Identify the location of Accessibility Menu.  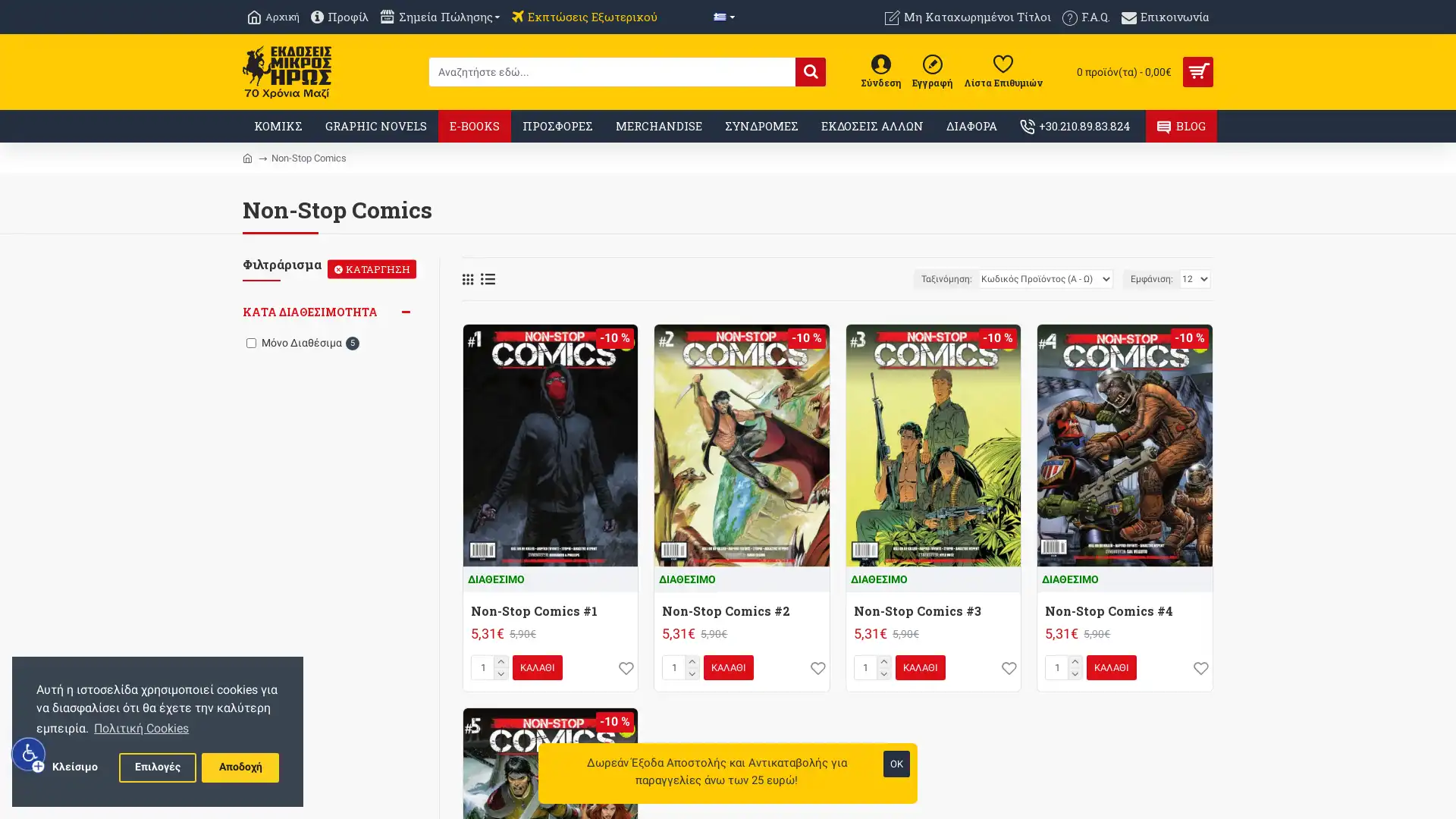
(29, 754).